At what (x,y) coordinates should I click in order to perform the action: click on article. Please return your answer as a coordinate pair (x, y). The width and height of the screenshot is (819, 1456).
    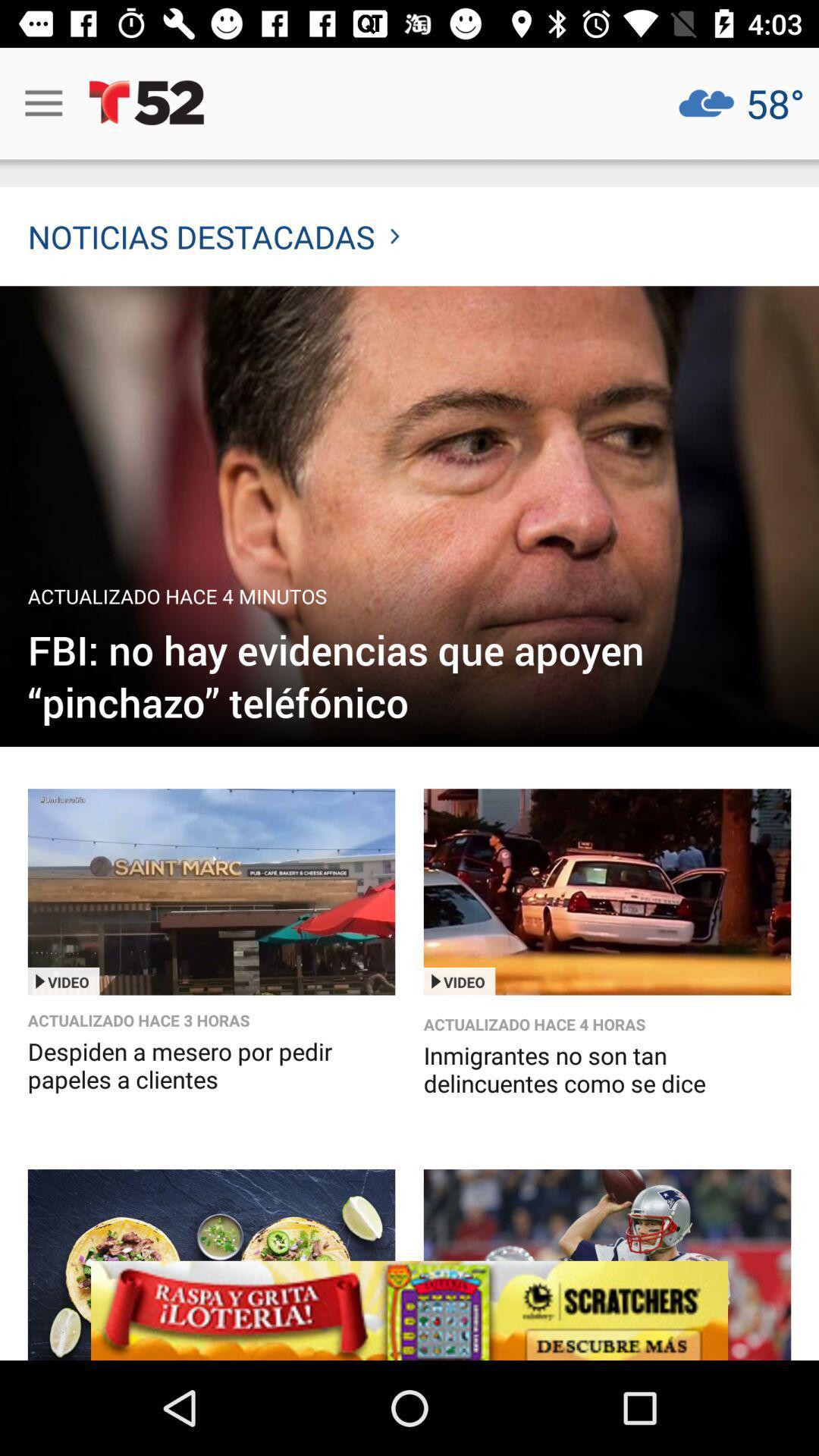
    Looking at the image, I should click on (211, 1264).